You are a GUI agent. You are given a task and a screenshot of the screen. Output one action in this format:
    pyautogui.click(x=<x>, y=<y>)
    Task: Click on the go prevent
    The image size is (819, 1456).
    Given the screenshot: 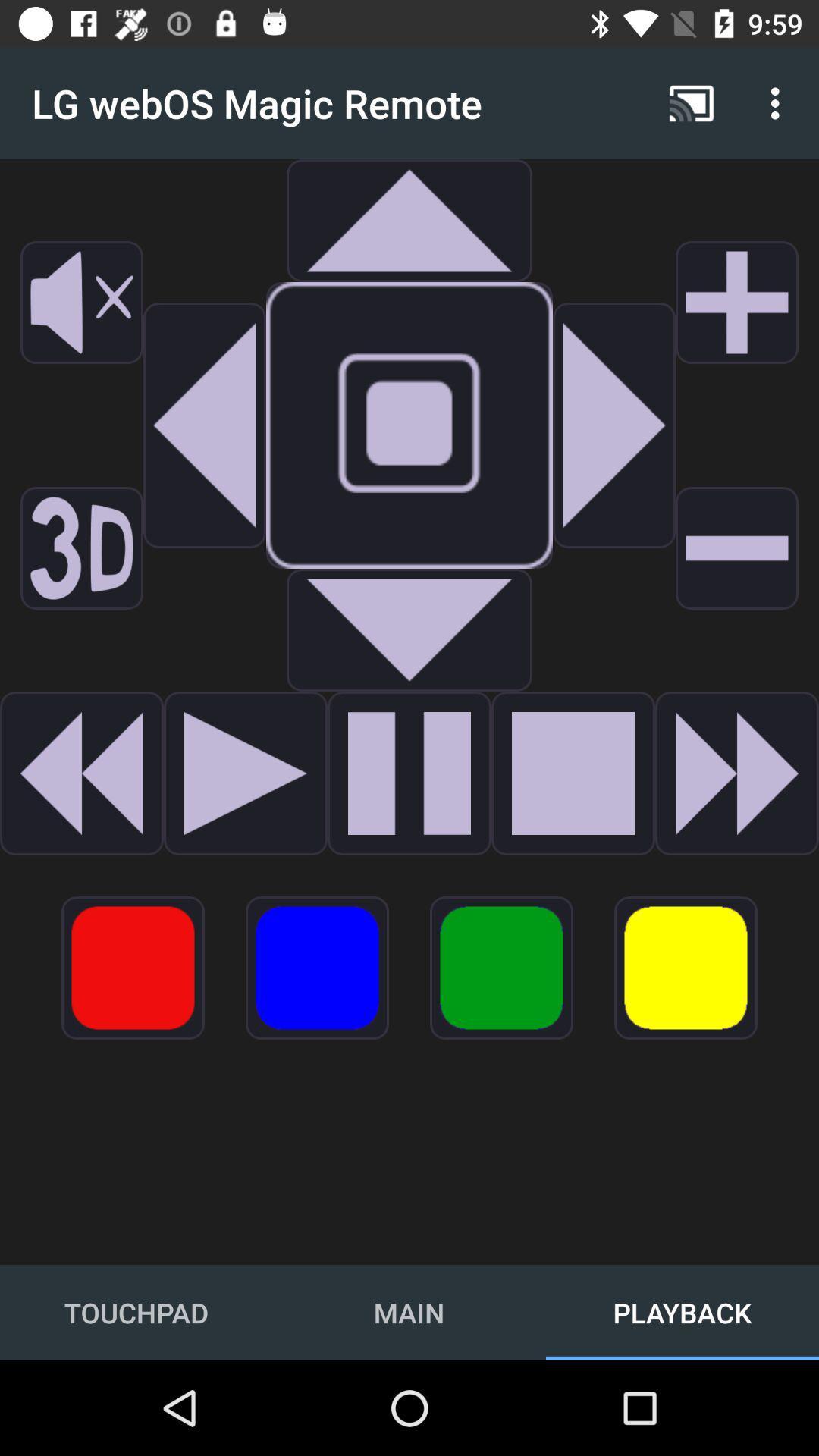 What is the action you would take?
    pyautogui.click(x=245, y=773)
    